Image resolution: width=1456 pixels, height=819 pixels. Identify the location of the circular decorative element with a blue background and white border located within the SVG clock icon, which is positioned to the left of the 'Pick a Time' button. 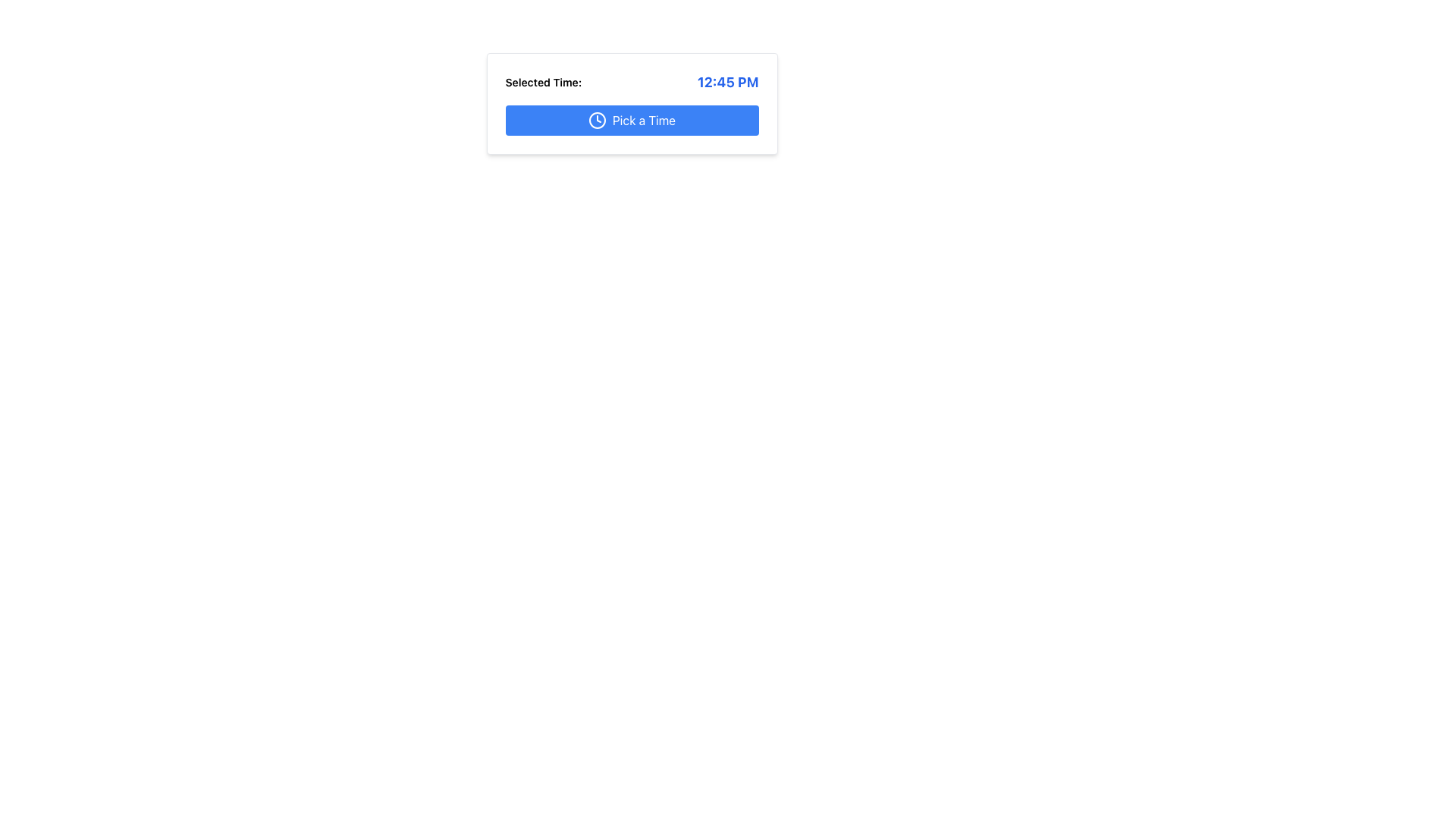
(596, 119).